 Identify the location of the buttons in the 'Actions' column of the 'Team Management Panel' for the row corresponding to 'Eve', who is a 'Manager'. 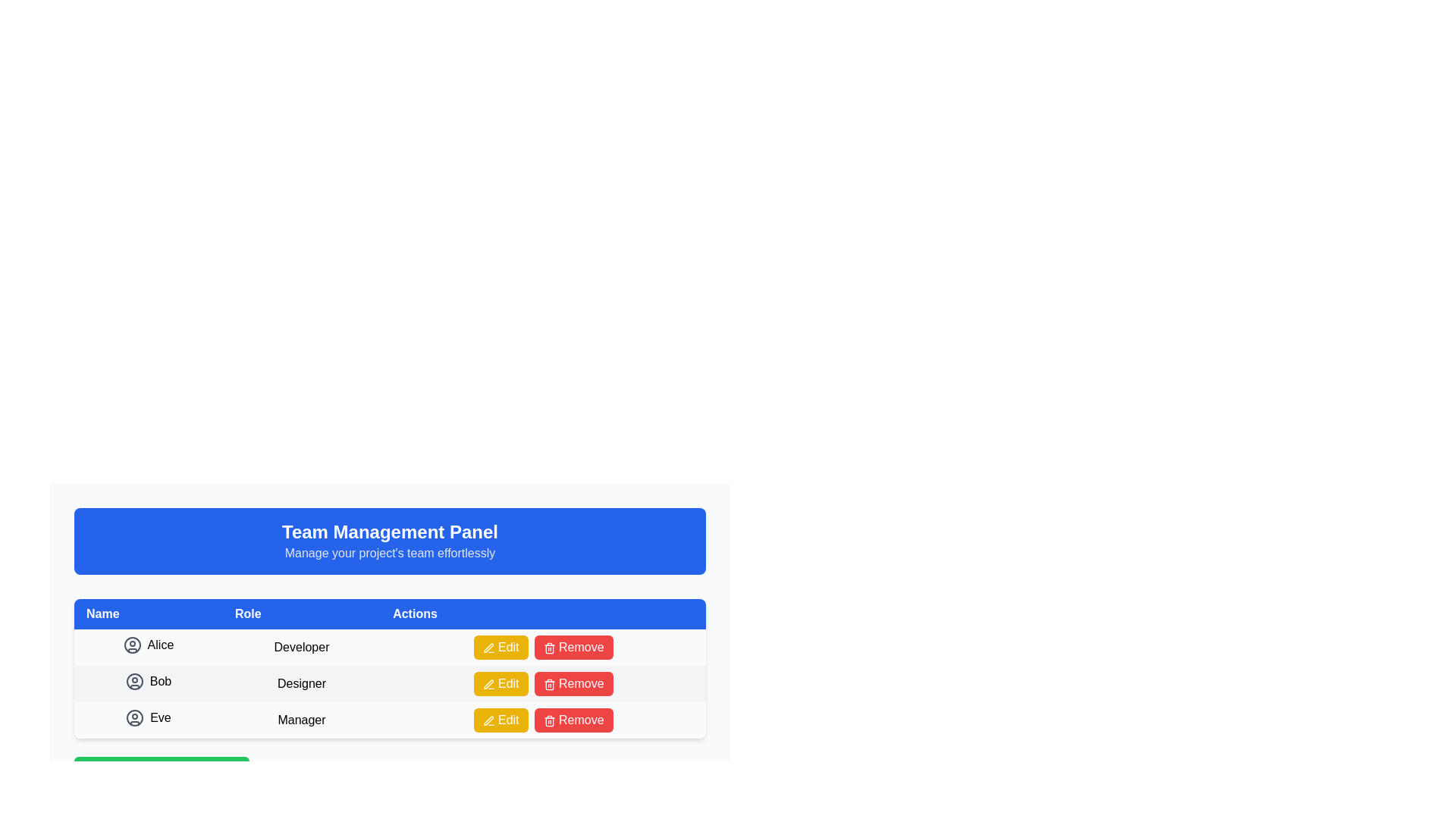
(543, 719).